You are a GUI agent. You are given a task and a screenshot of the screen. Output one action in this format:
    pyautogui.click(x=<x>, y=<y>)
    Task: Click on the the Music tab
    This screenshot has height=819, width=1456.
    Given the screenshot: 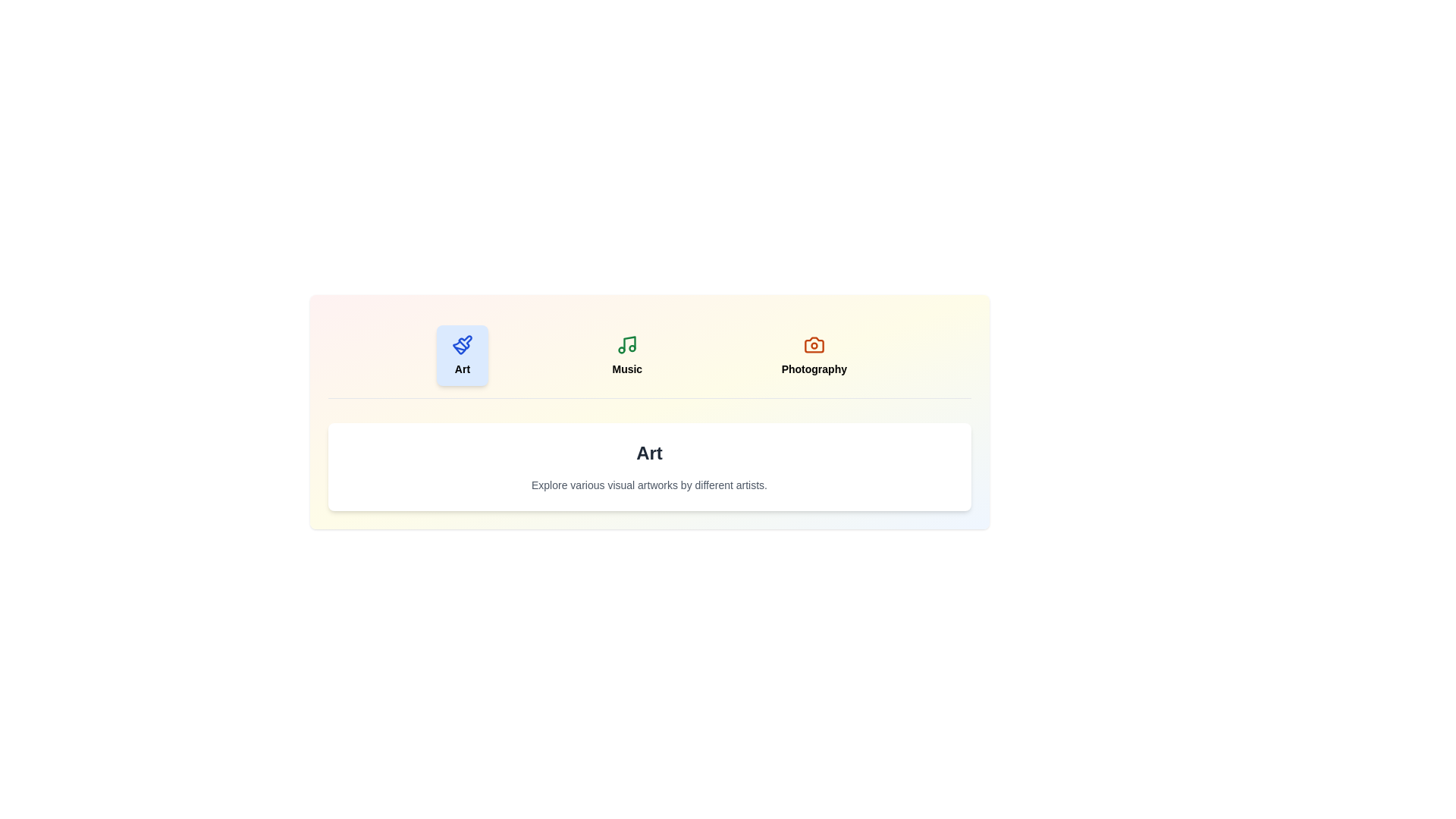 What is the action you would take?
    pyautogui.click(x=627, y=356)
    